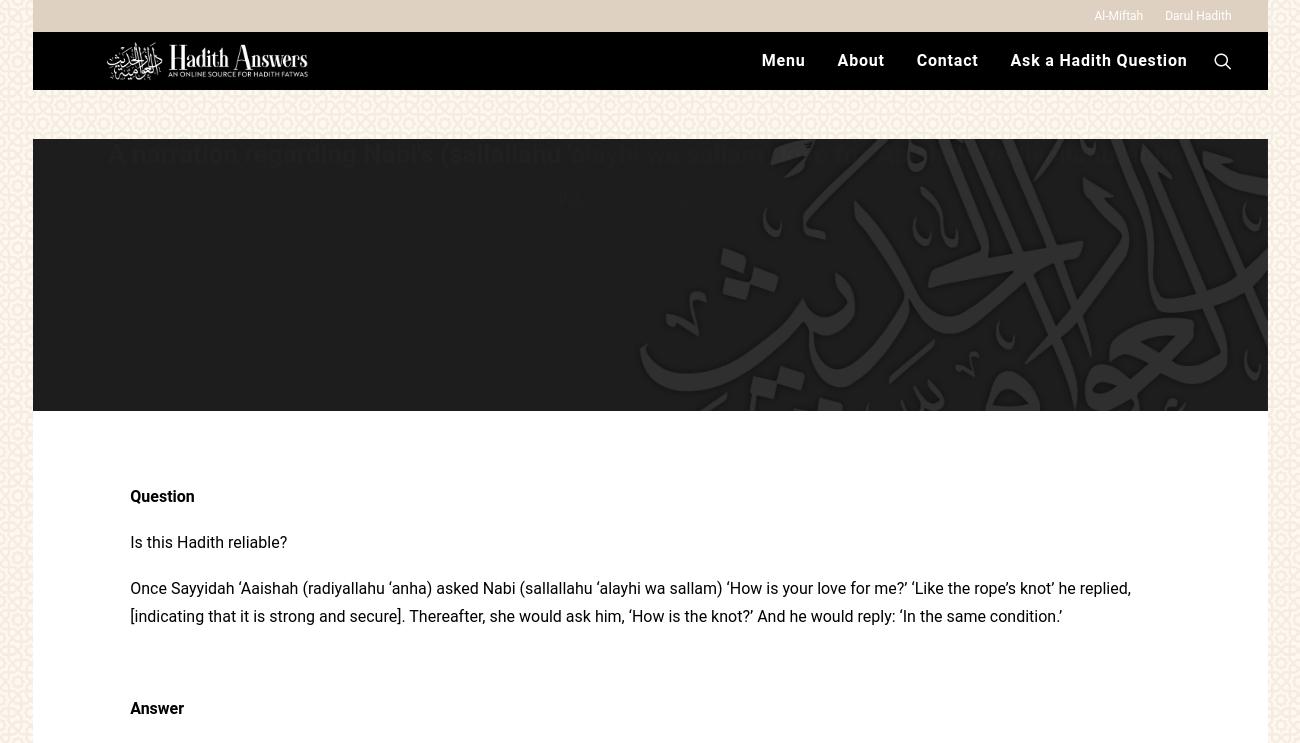 This screenshot has height=743, width=1300. I want to click on 'Published on 22 August 2017', so click(649, 284).